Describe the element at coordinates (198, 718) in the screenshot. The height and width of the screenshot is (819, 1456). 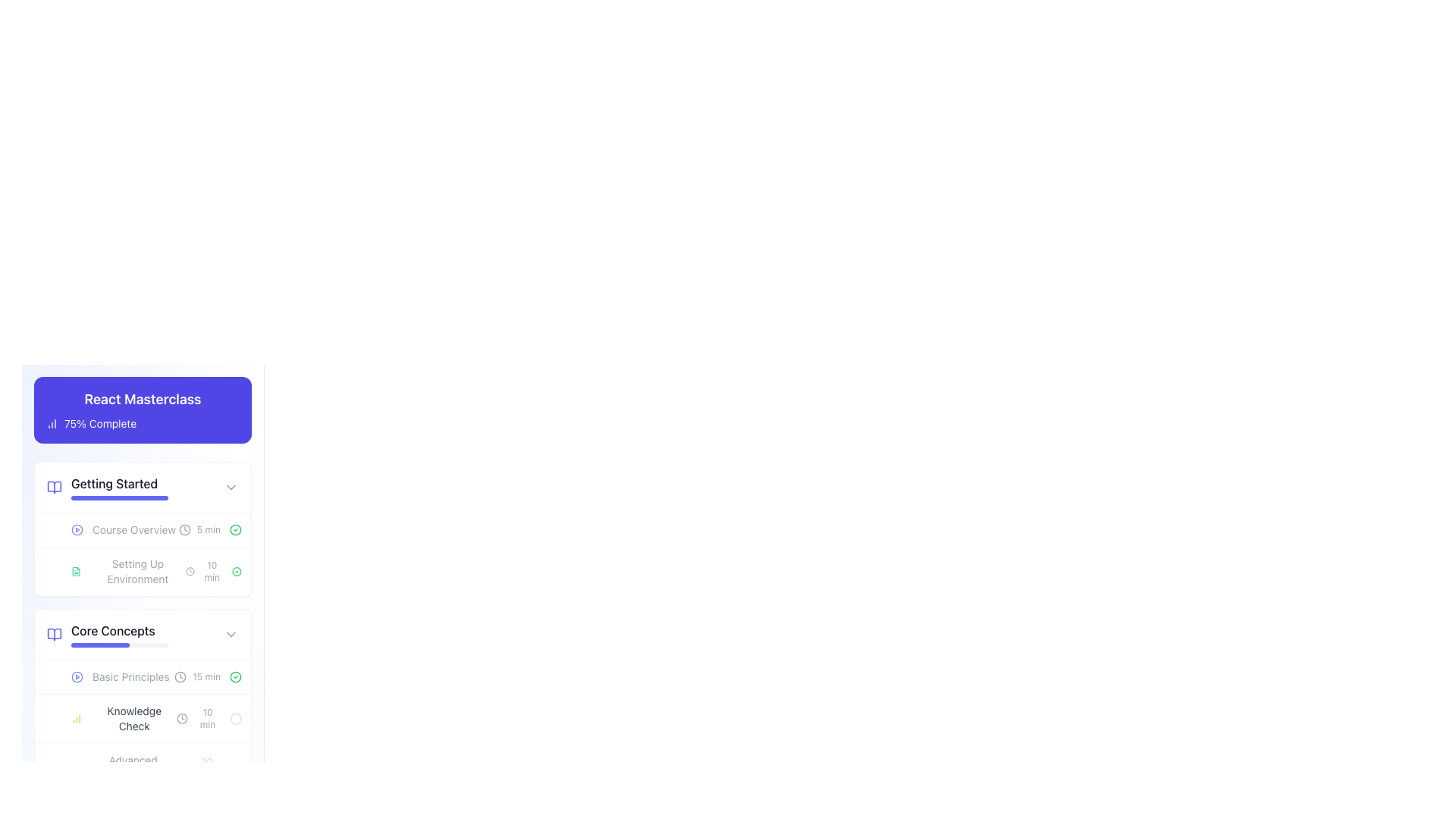
I see `the label element that displays a clock icon and the text '10 min', located within the 'Knowledge Check' section under 'Core Concepts'` at that location.